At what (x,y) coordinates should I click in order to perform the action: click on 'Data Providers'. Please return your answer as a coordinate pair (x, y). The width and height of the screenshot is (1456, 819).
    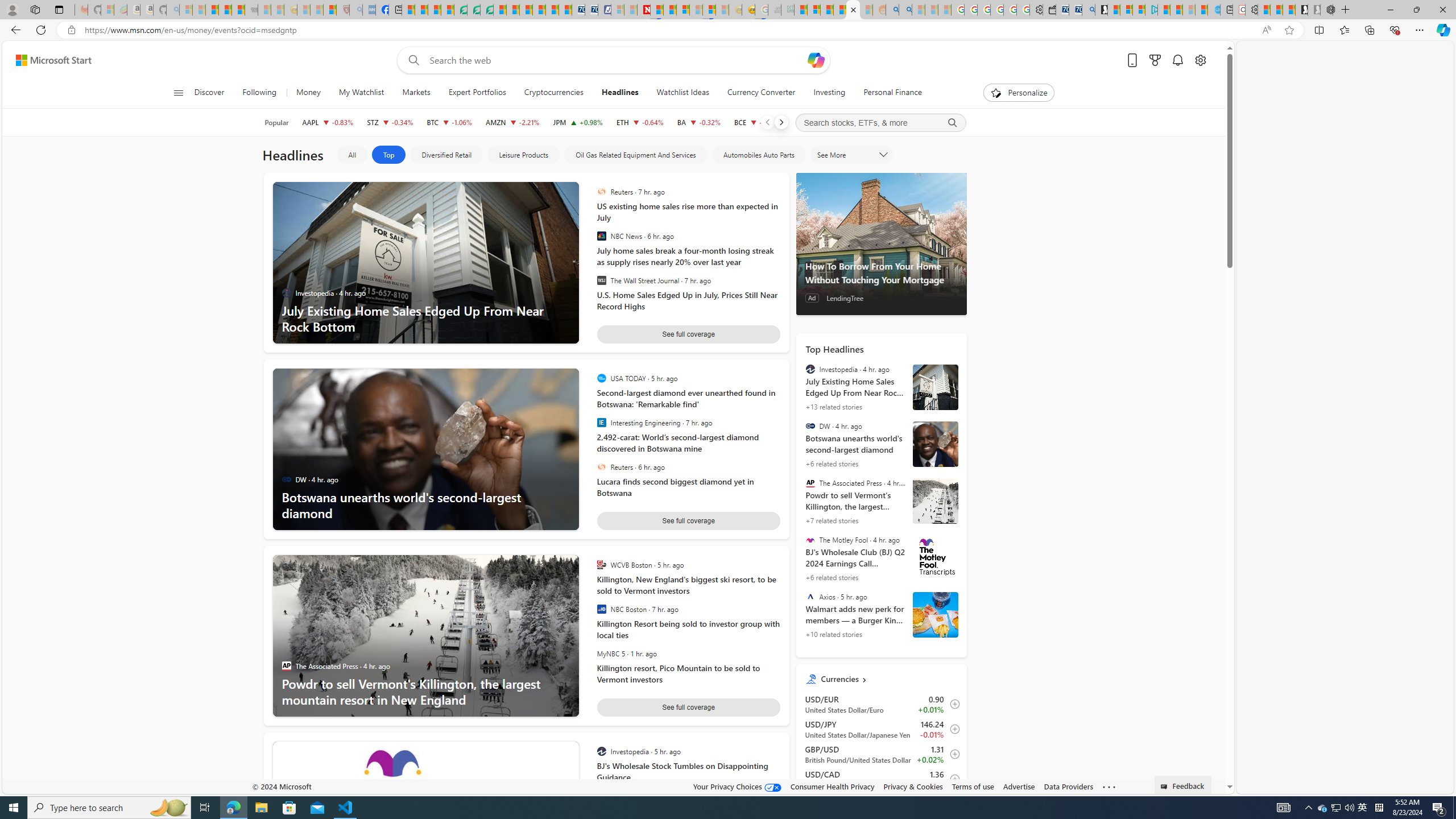
    Looking at the image, I should click on (1069, 786).